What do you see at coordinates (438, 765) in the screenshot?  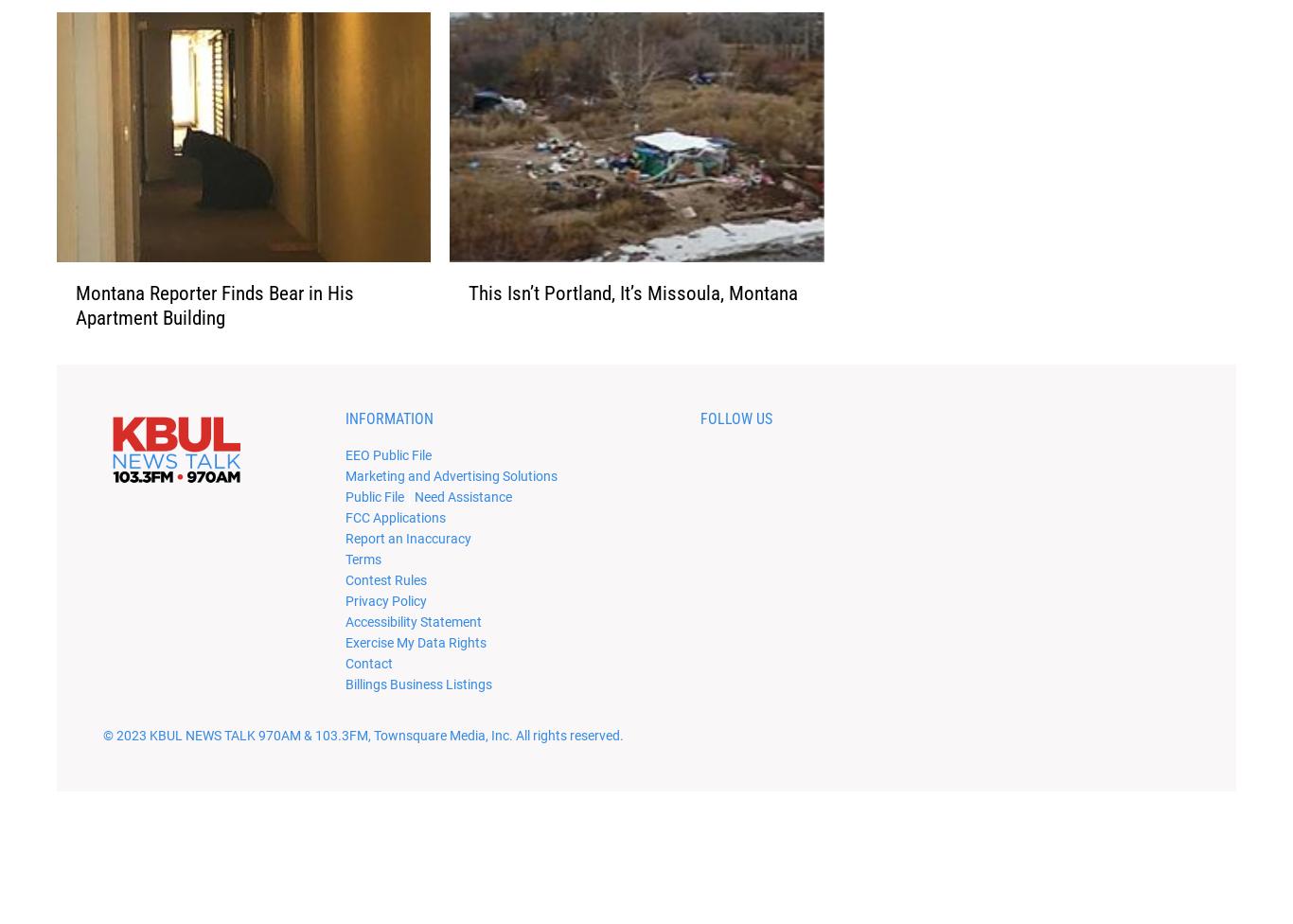 I see `', Townsquare Media, Inc'` at bounding box center [438, 765].